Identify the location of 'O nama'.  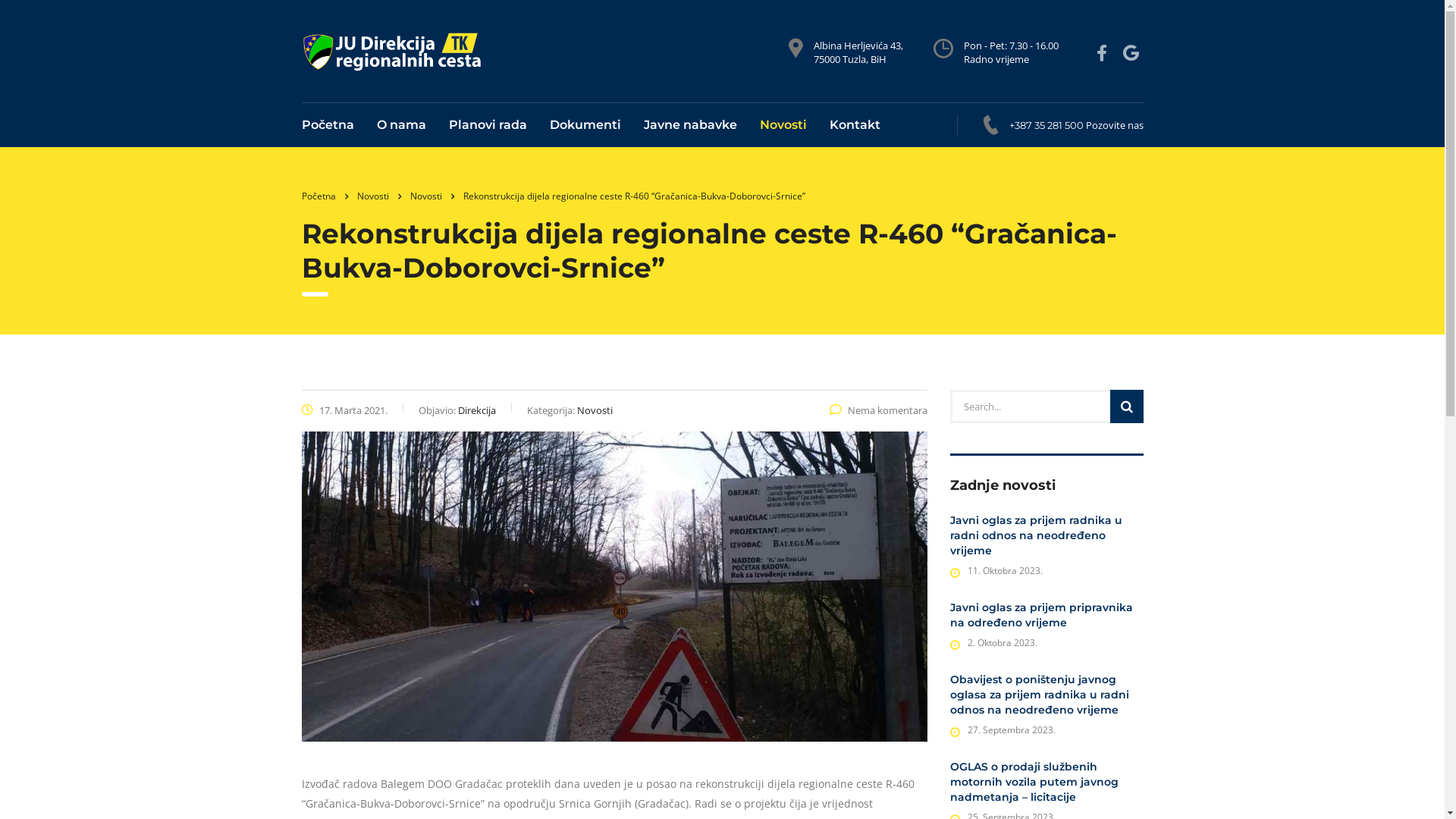
(401, 124).